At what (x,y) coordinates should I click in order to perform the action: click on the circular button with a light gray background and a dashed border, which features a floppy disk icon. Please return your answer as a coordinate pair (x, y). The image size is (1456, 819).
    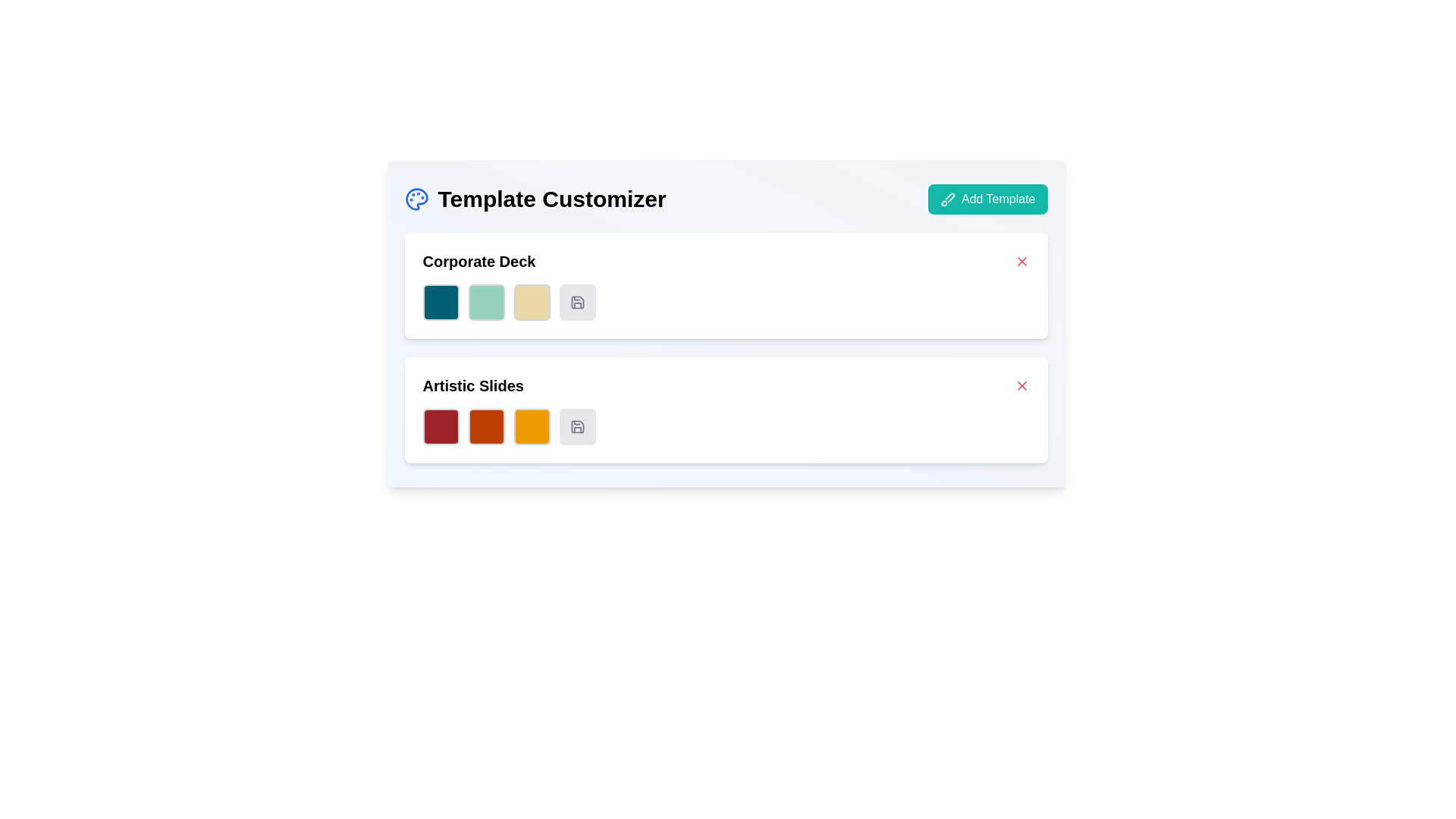
    Looking at the image, I should click on (576, 302).